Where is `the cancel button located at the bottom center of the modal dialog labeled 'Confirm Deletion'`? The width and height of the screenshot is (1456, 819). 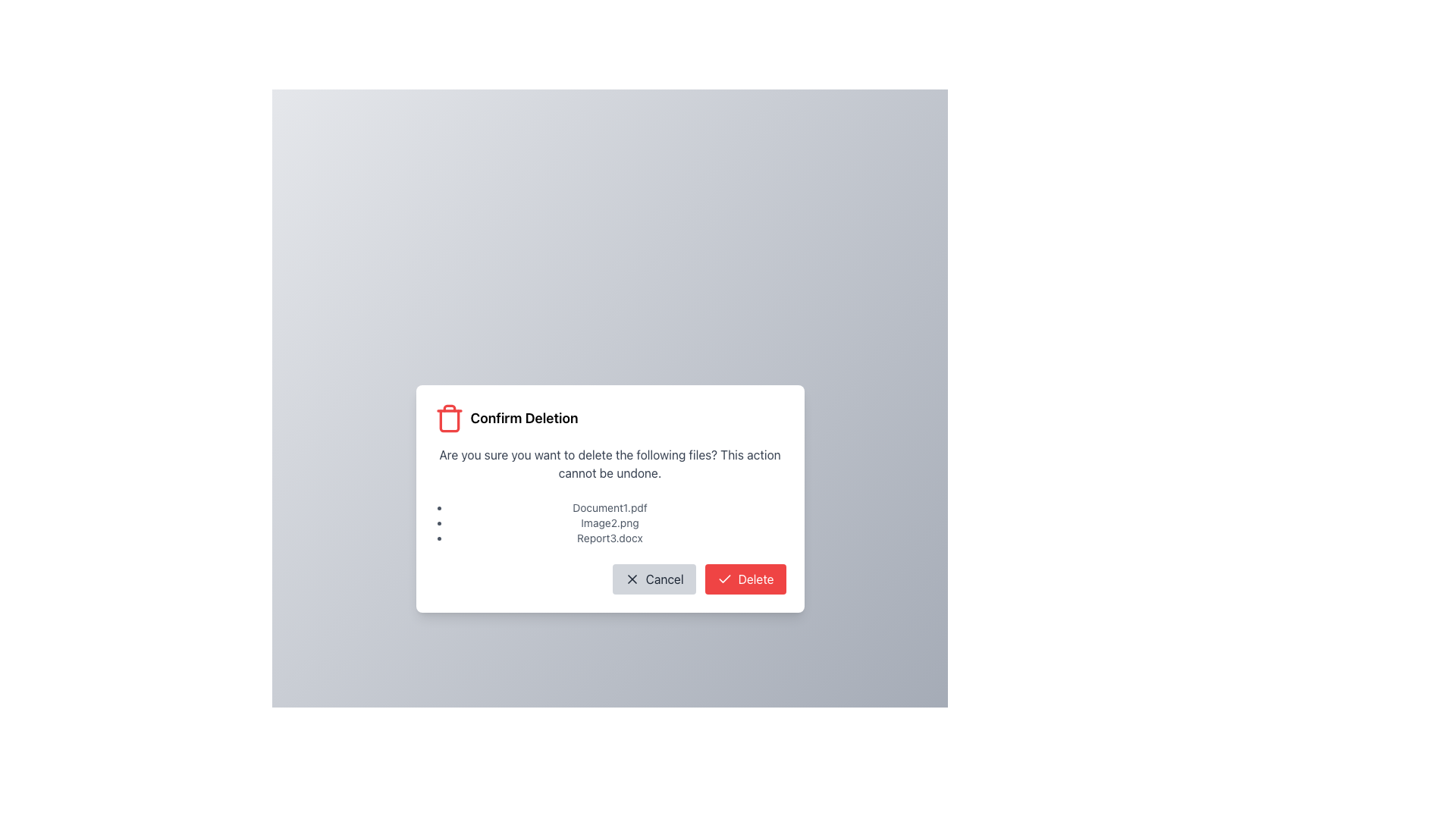
the cancel button located at the bottom center of the modal dialog labeled 'Confirm Deletion' is located at coordinates (654, 579).